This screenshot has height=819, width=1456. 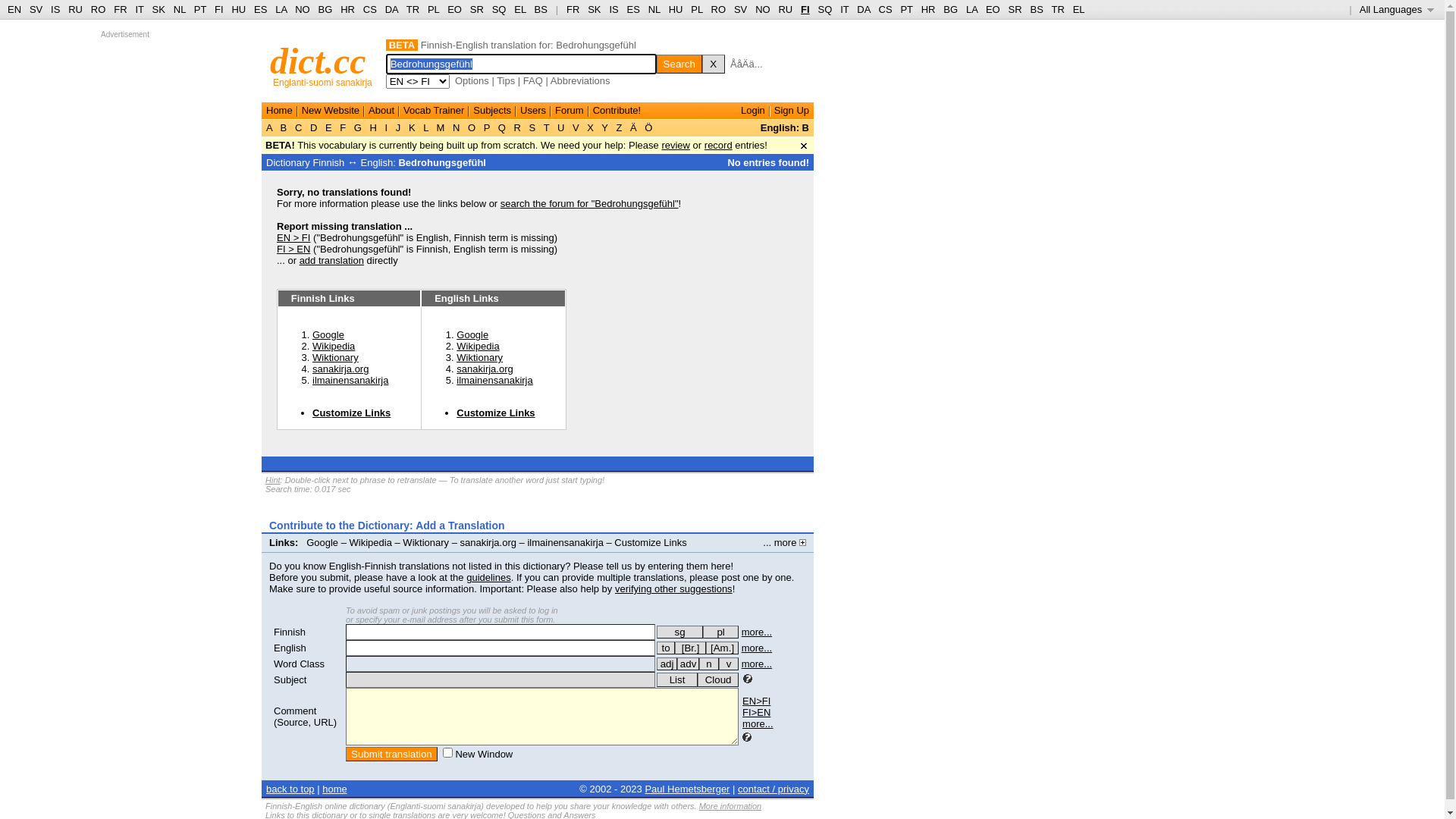 What do you see at coordinates (1056, 9) in the screenshot?
I see `'TR'` at bounding box center [1056, 9].